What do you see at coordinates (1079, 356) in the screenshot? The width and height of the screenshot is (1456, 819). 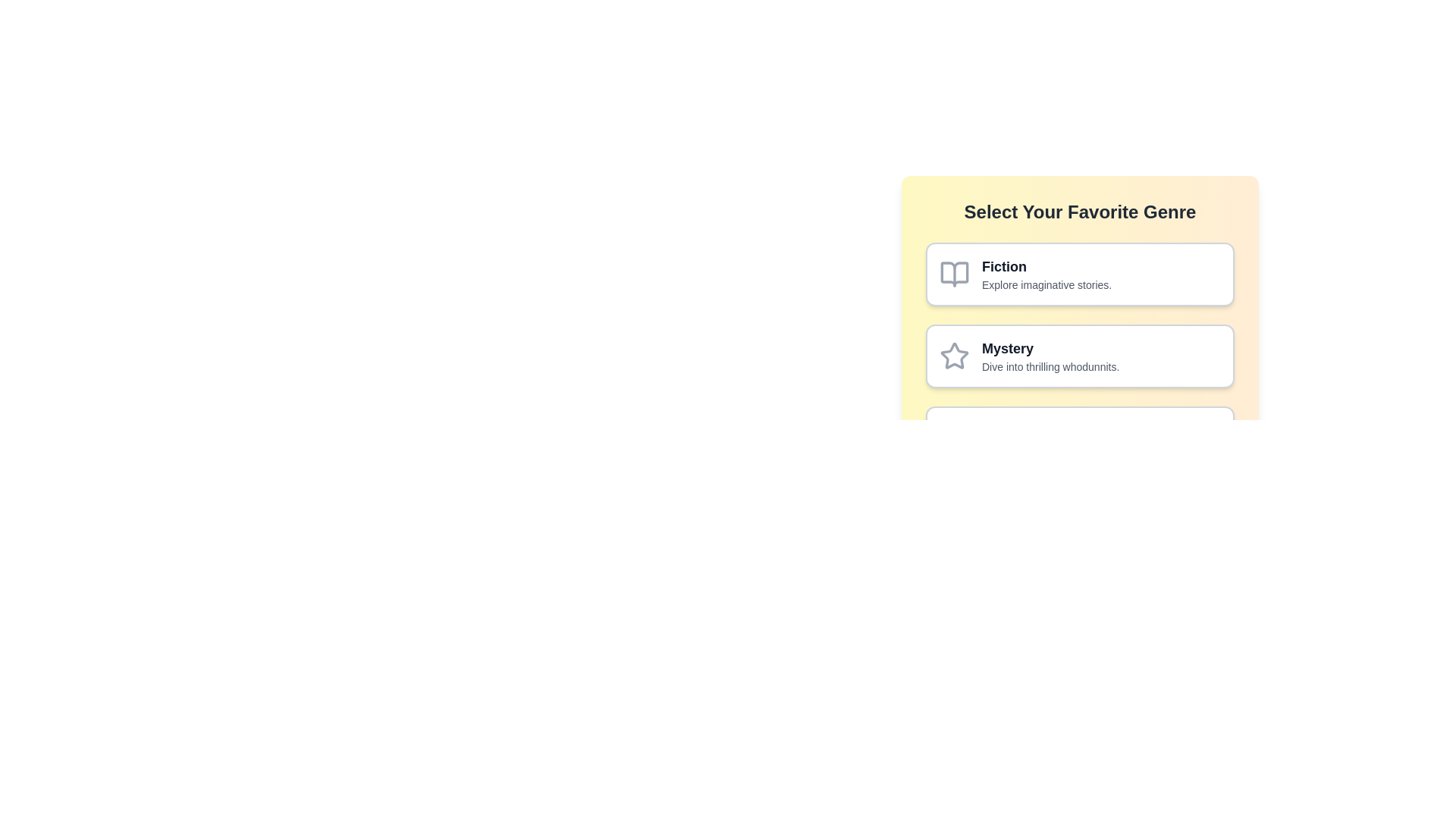 I see `the second clickable card in the genre options list` at bounding box center [1079, 356].